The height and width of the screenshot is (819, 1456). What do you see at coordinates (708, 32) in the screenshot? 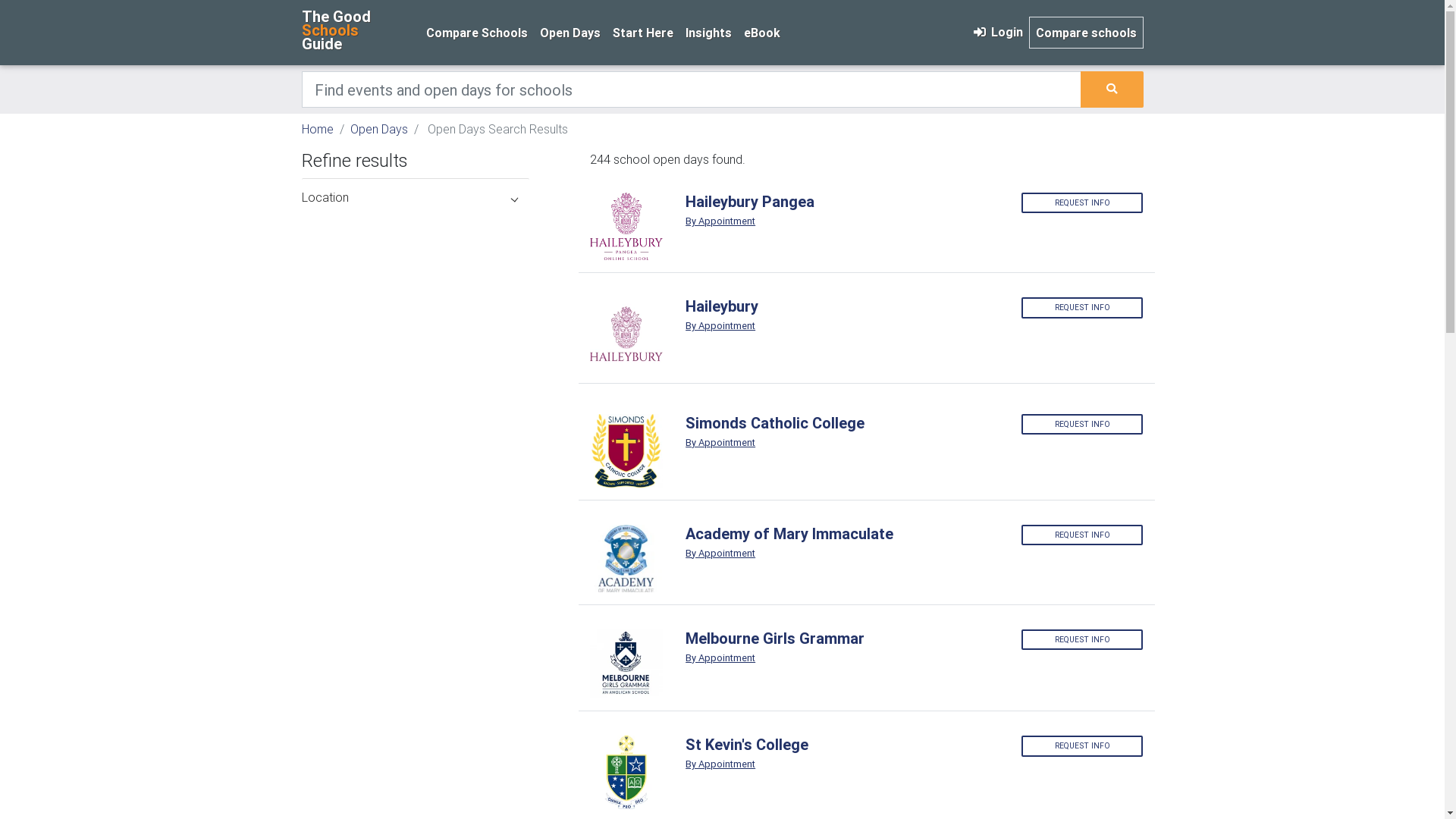
I see `'Insights'` at bounding box center [708, 32].